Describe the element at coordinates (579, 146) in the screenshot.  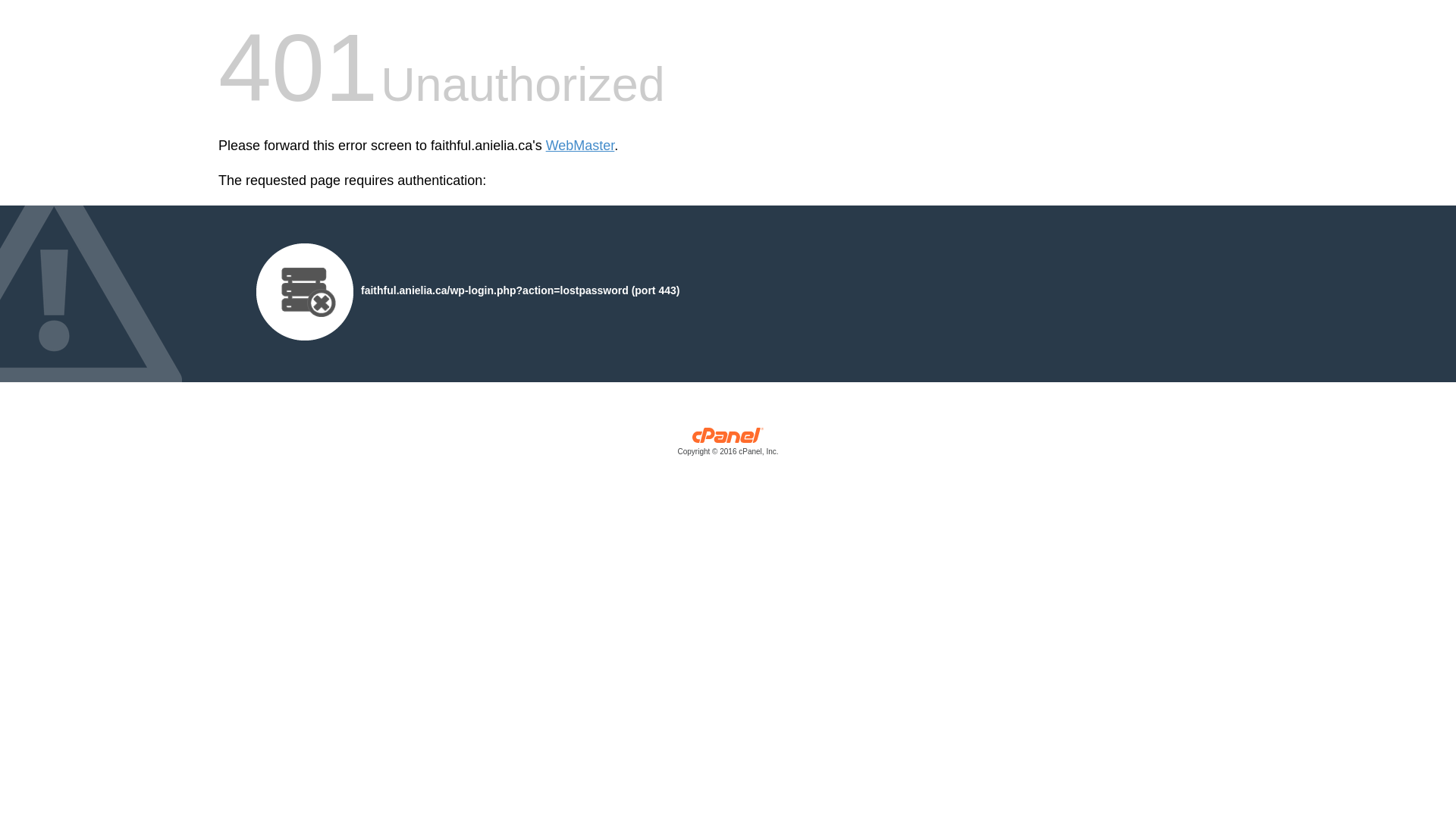
I see `'WebMaster'` at that location.